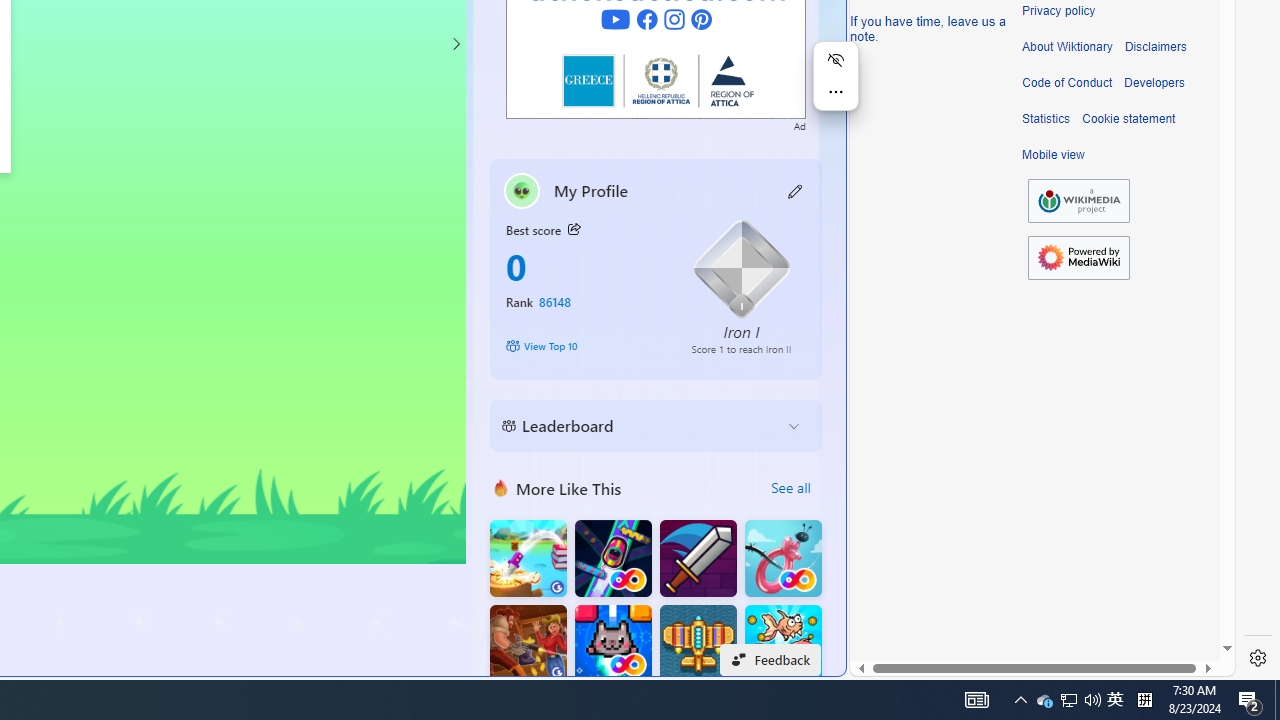 Image resolution: width=1280 pixels, height=720 pixels. Describe the element at coordinates (1078, 200) in the screenshot. I see `'Wikimedia Foundation'` at that location.